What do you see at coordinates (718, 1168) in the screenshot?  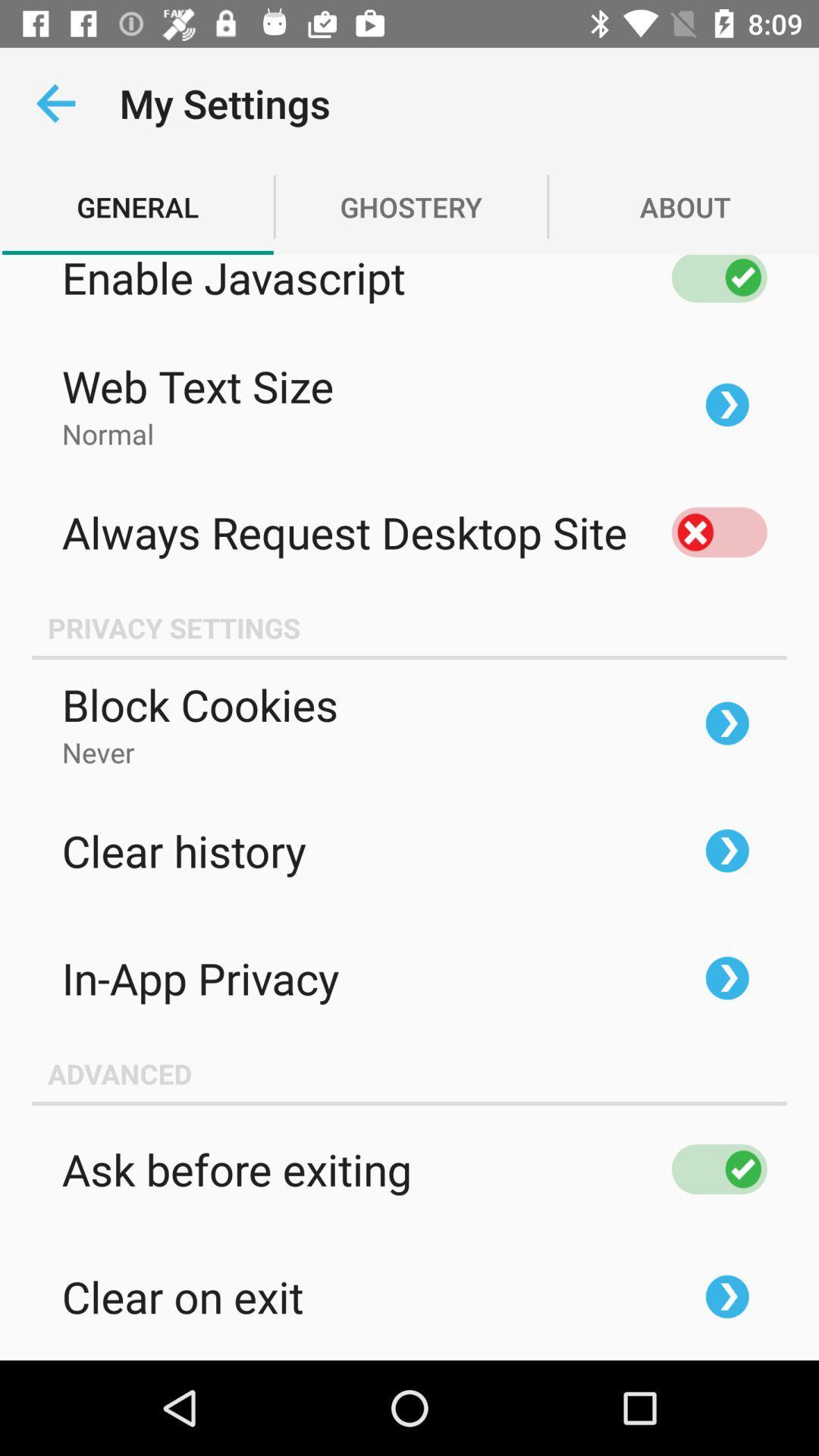 I see `active the function` at bounding box center [718, 1168].